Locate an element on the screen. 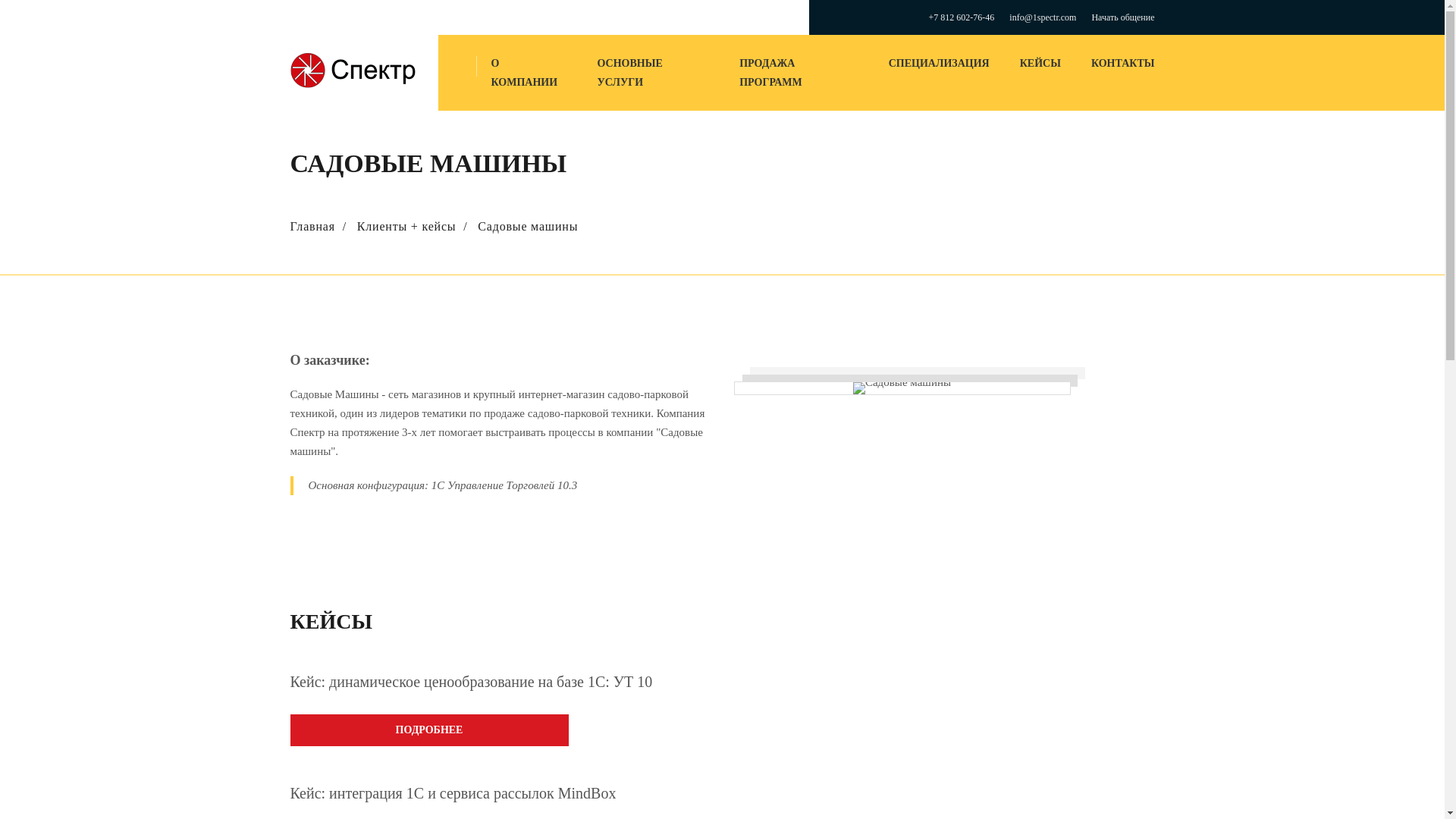 The height and width of the screenshot is (819, 1456). '+7 812 602-76-46' is located at coordinates (927, 17).